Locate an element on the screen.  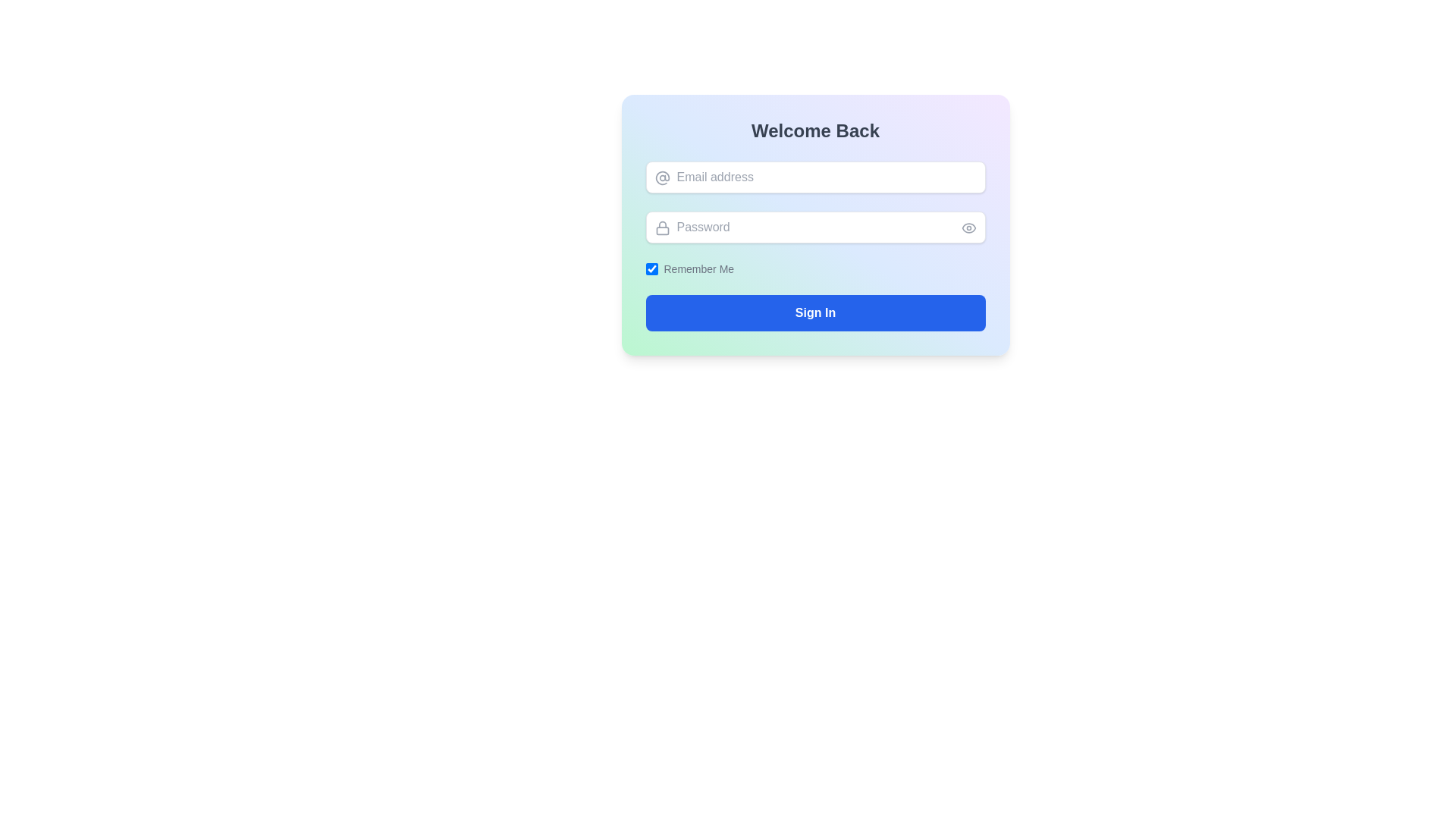
the small circular eye icon with a gray outline located at the rightmost end of the password input field is located at coordinates (968, 227).